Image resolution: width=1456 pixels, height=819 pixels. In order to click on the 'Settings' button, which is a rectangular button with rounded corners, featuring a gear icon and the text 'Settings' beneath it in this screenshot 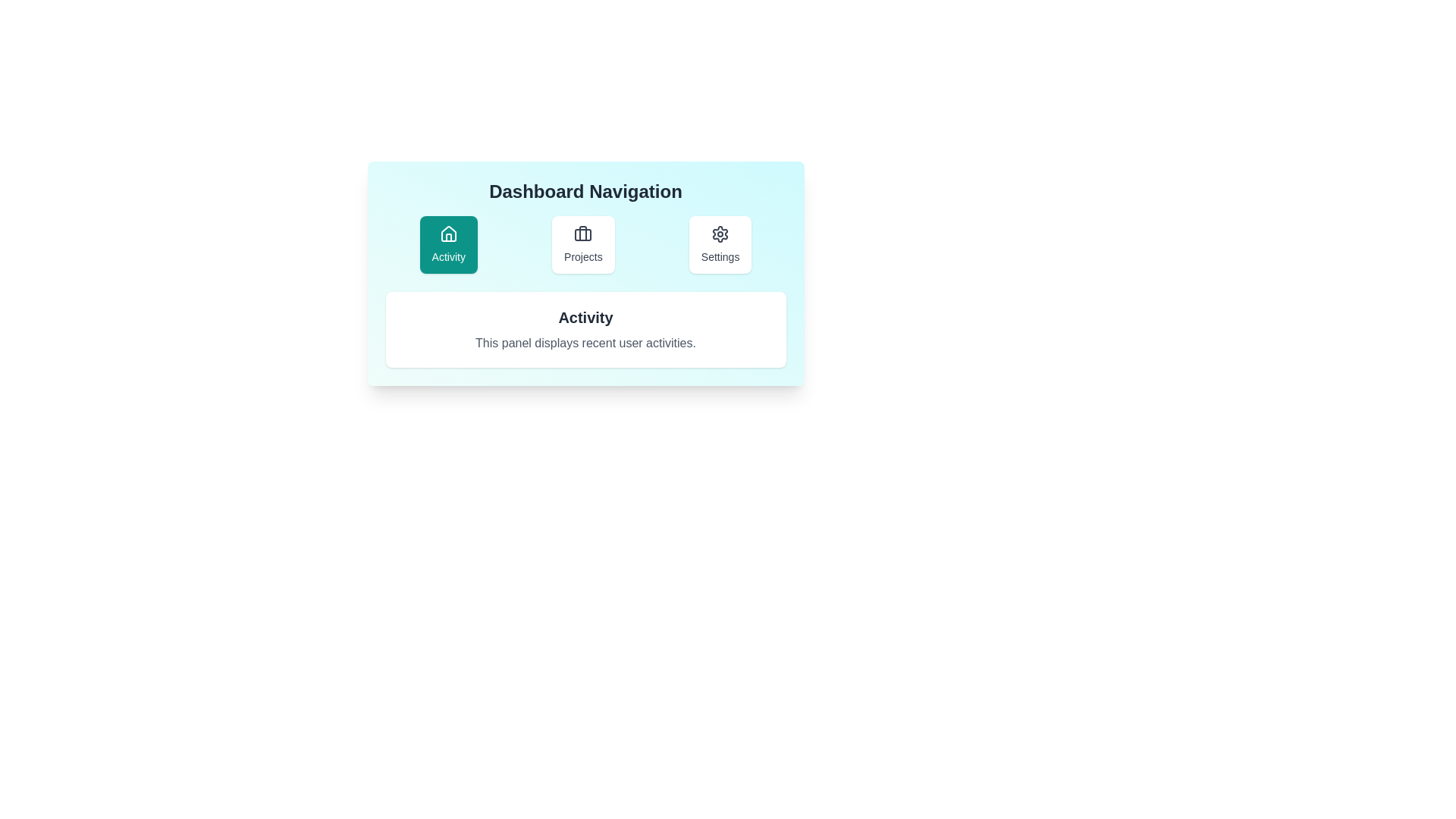, I will do `click(720, 244)`.